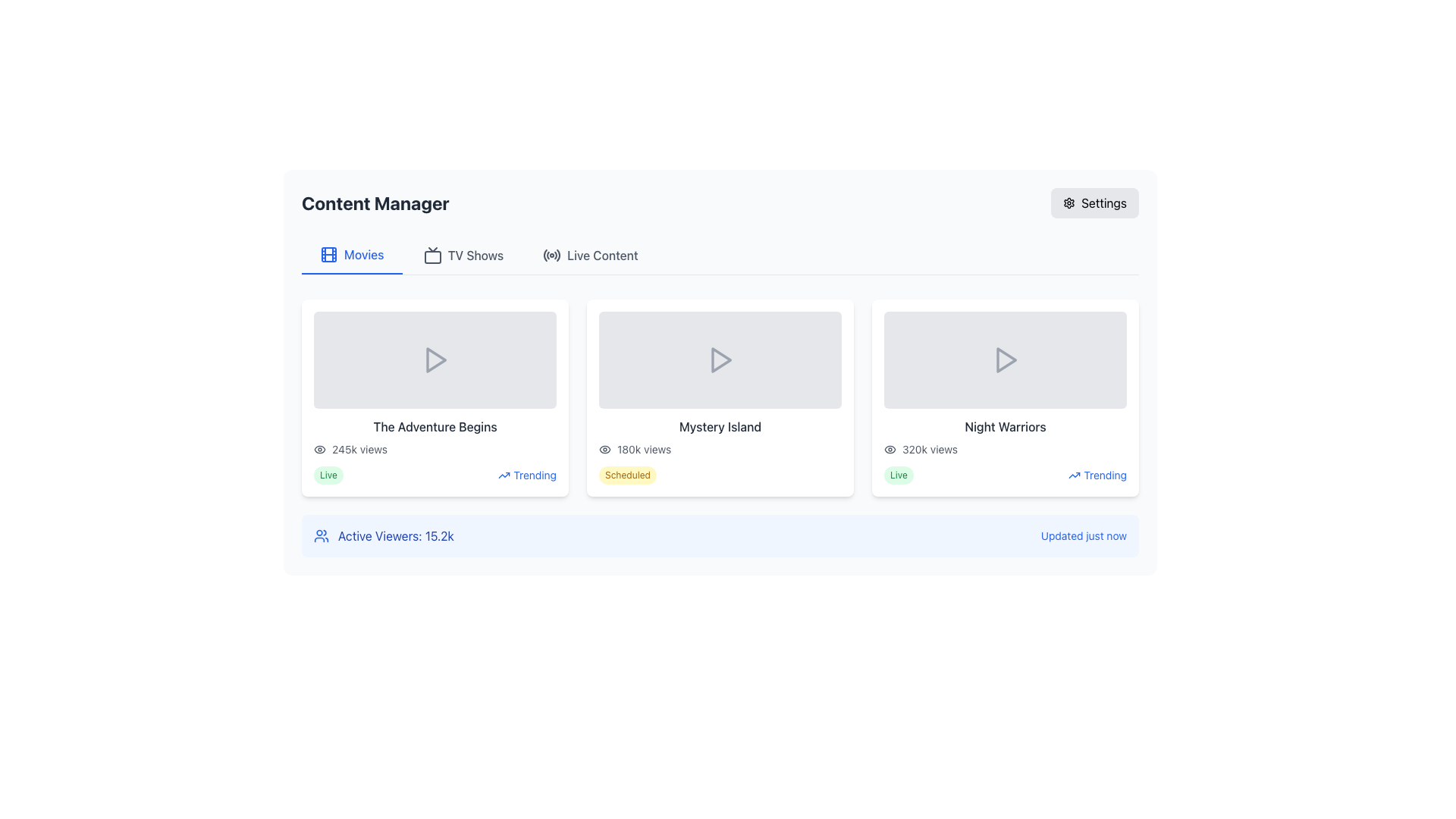 This screenshot has height=819, width=1456. What do you see at coordinates (1083, 535) in the screenshot?
I see `text from the Text Label that indicates the last refresh time or status update, which is positioned right after 'Active Viewers: 15.2k'` at bounding box center [1083, 535].